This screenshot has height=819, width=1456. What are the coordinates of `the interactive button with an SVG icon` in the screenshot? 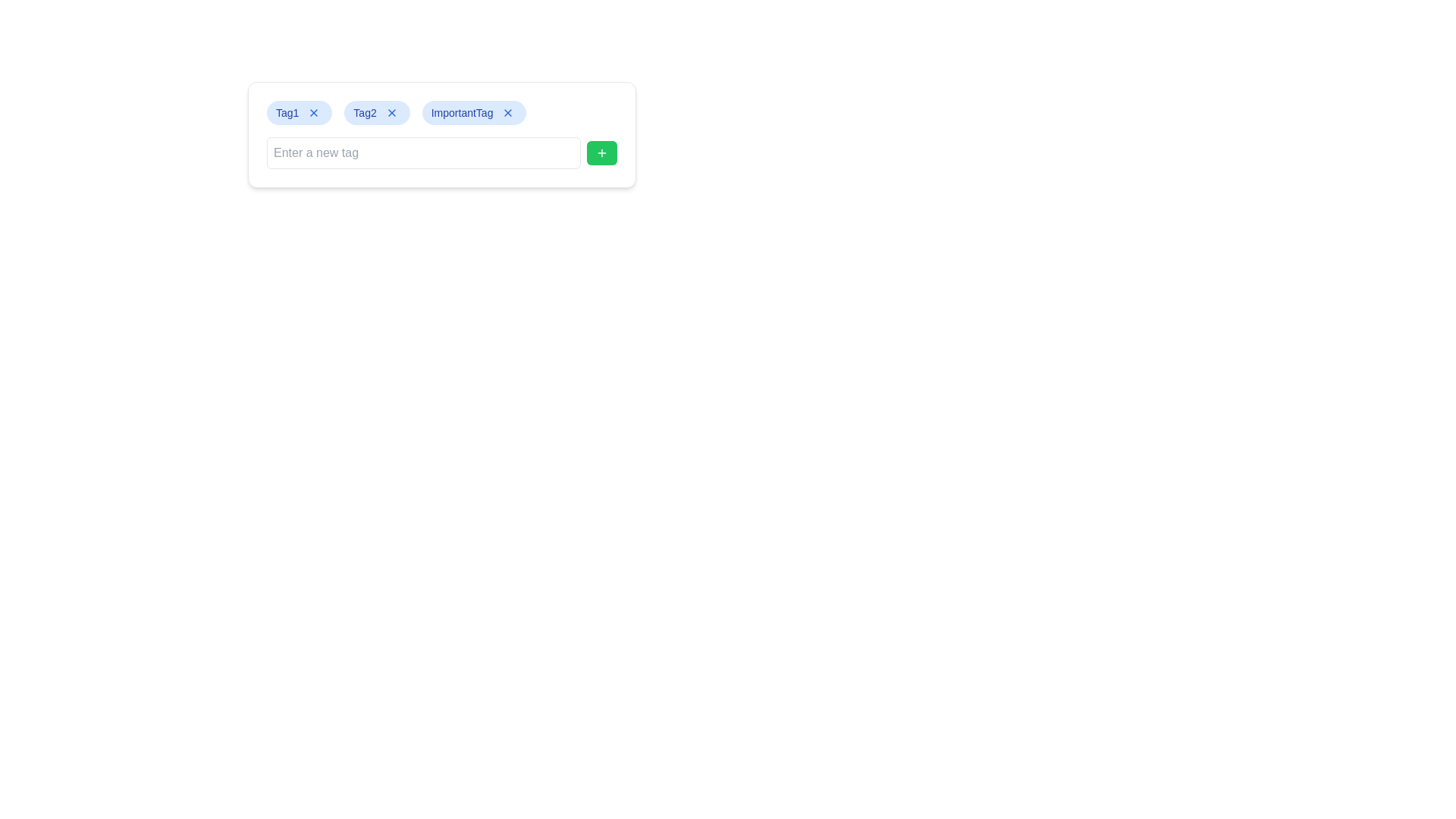 It's located at (391, 112).